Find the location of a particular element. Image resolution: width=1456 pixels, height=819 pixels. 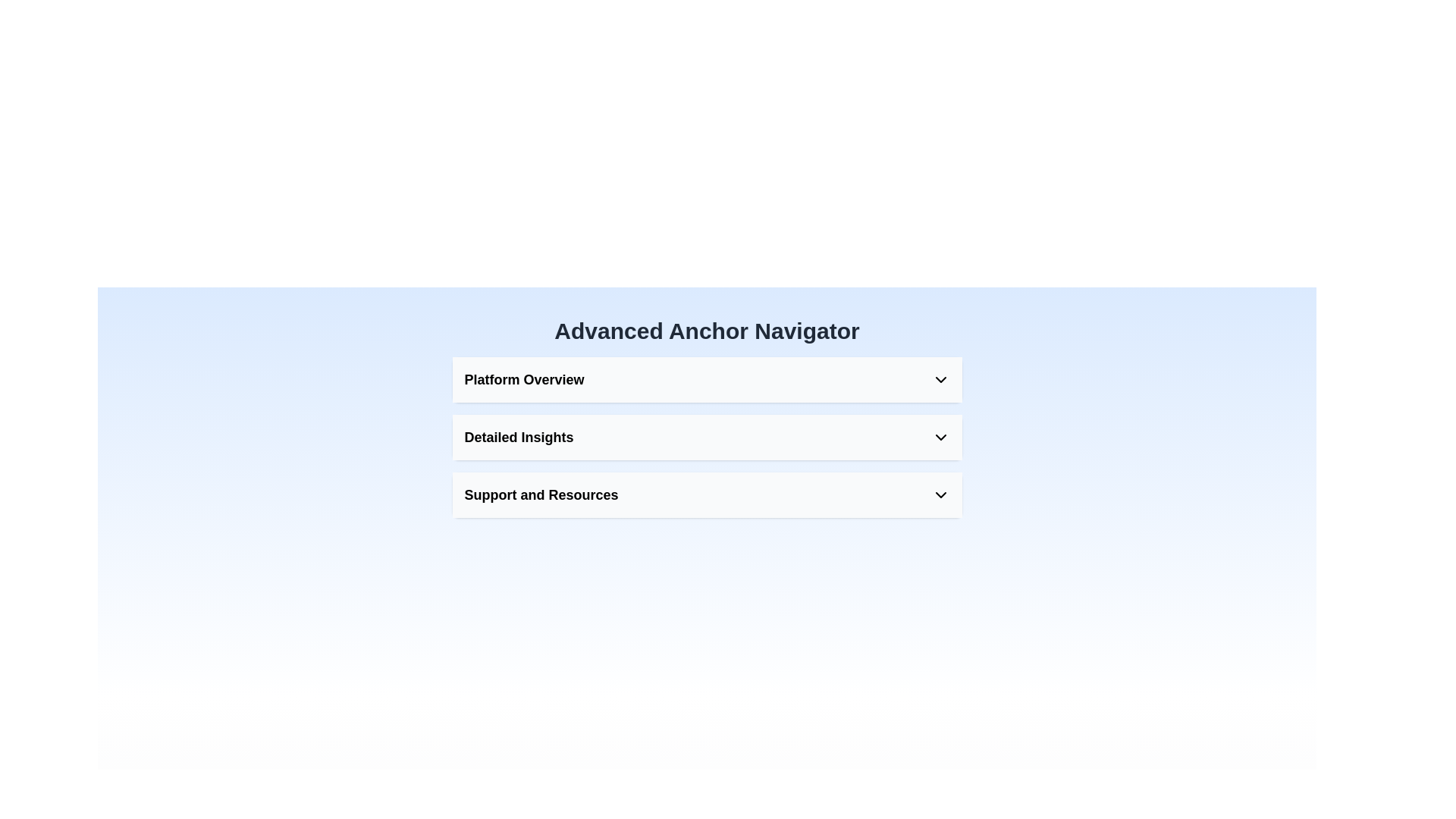

text content of the header labeled 'Advanced Anchor Navigator', which is styled in bold and centered above the sections 'Platform Overview', 'Detailed Insights', and 'Support and Resources' is located at coordinates (706, 330).